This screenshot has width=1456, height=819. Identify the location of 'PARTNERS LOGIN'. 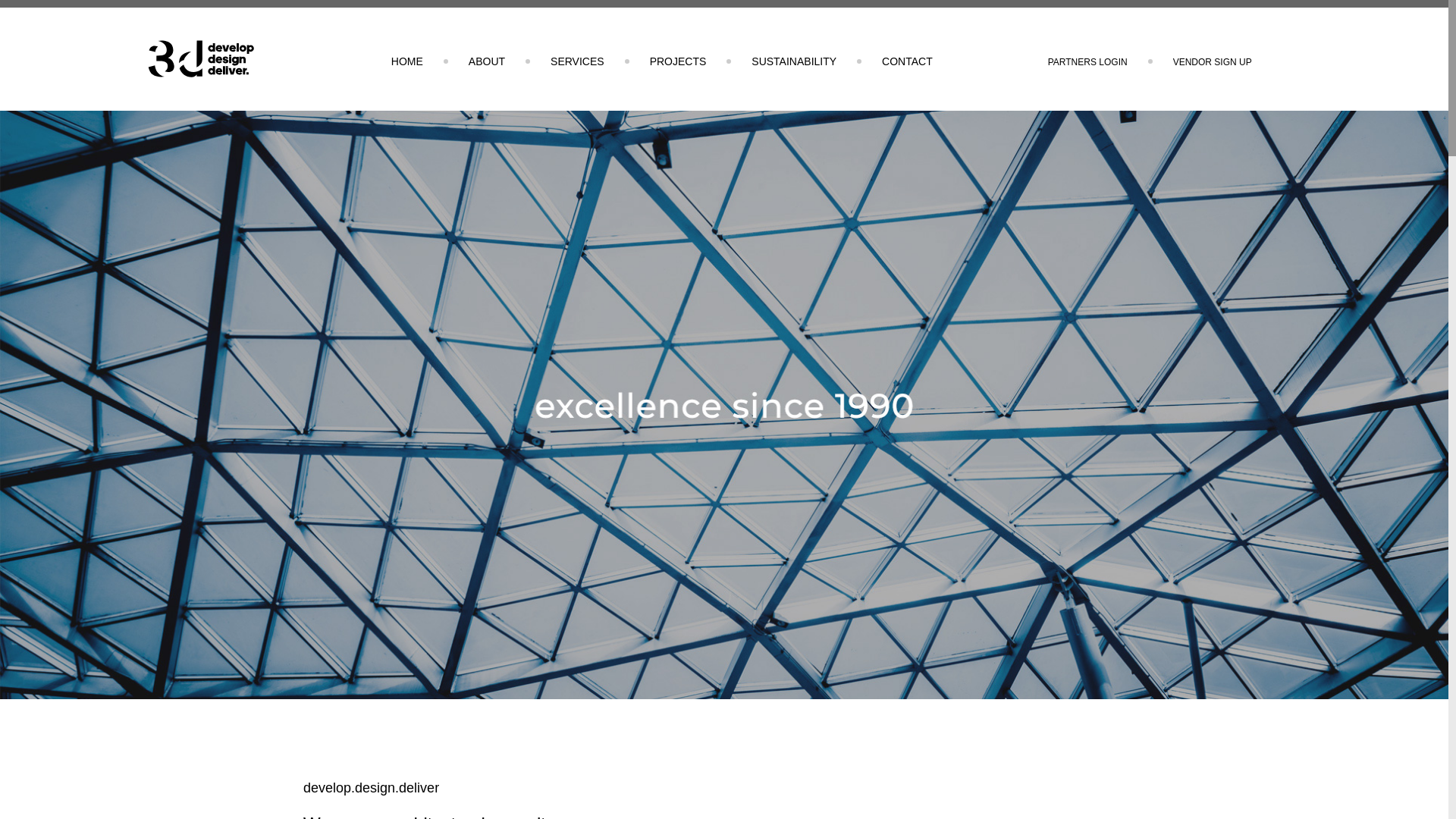
(1087, 61).